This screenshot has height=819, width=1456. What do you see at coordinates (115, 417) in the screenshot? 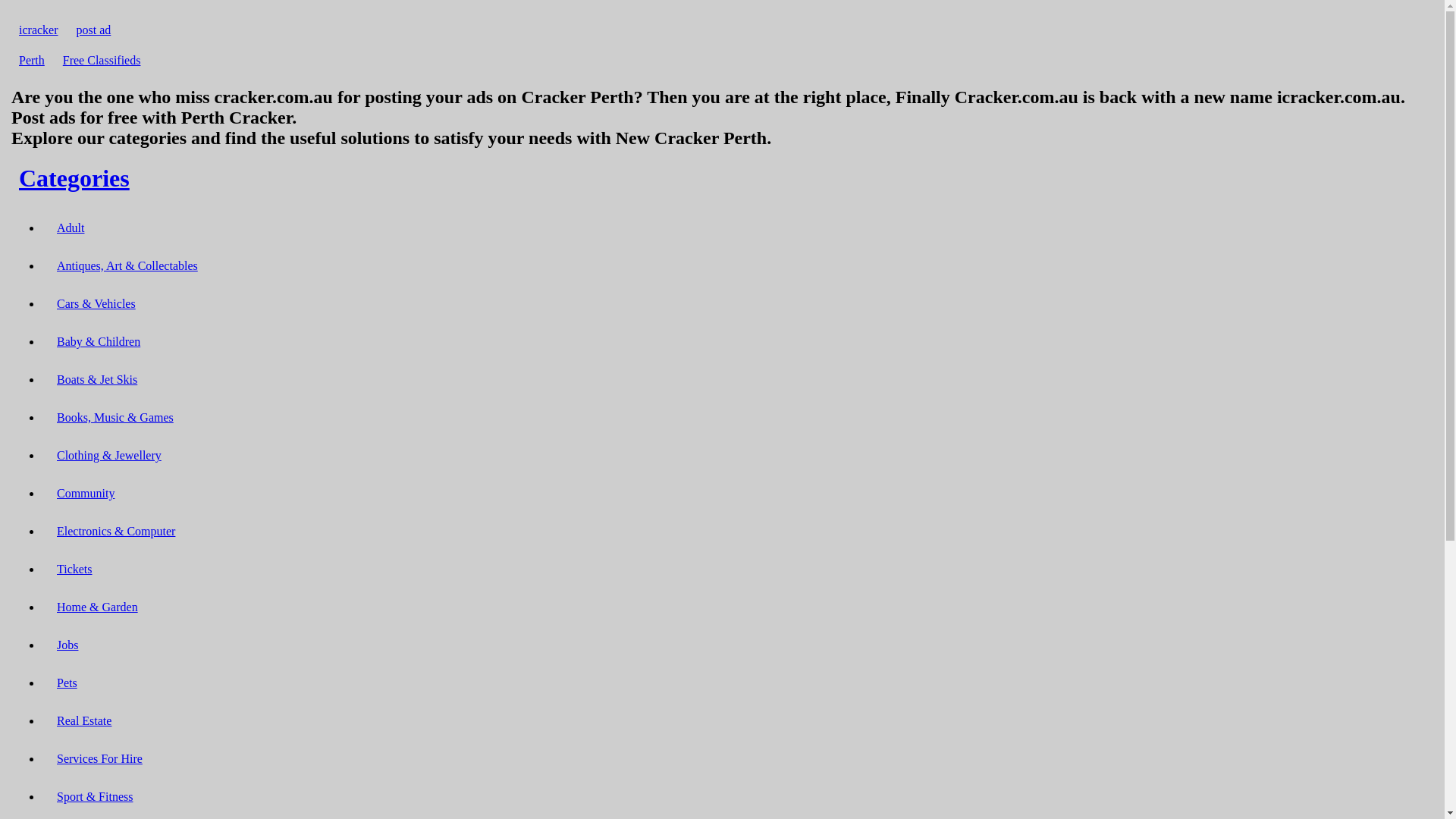
I see `'Books, Music & Games'` at bounding box center [115, 417].